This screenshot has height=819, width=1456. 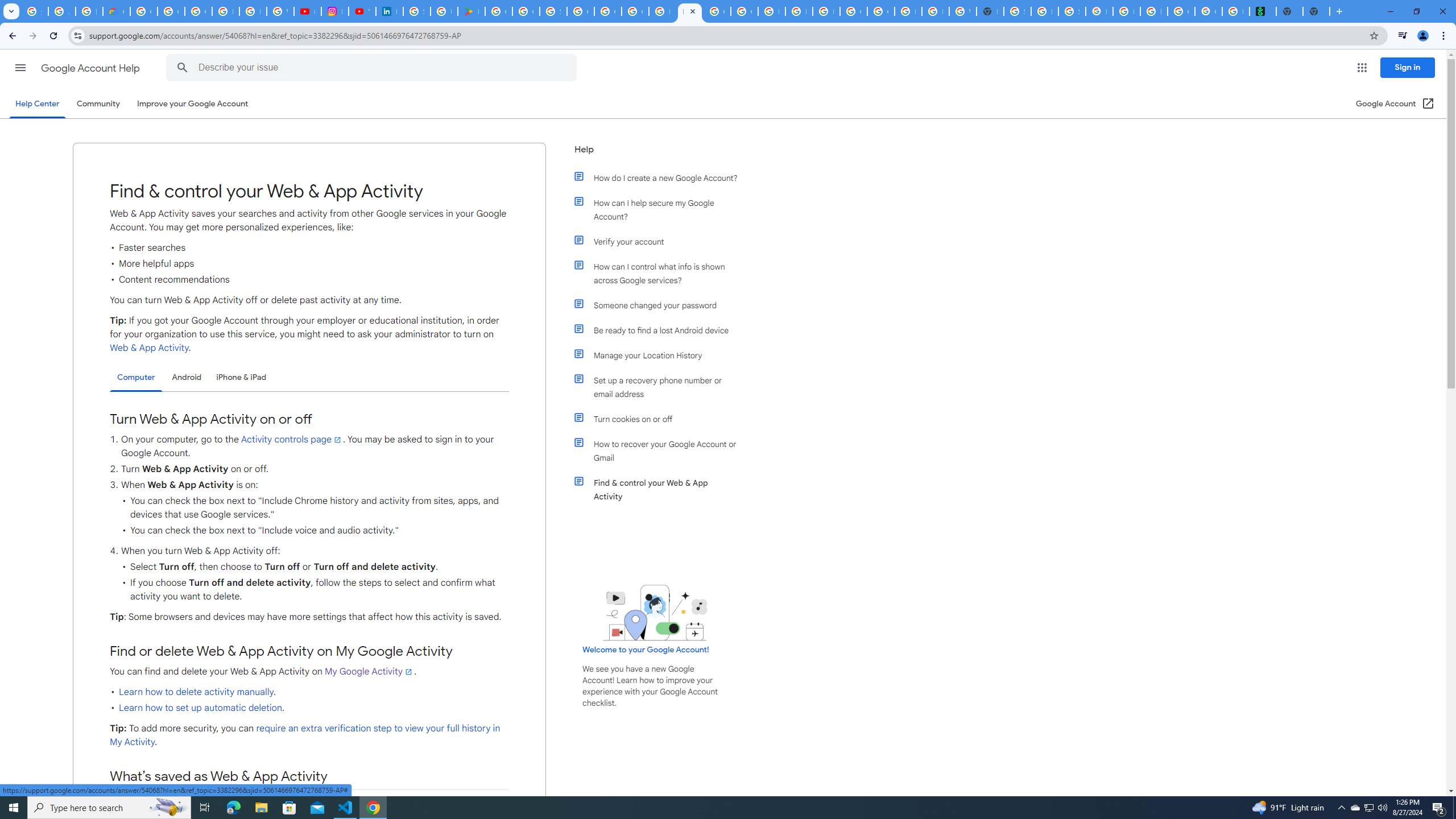 I want to click on 'Search Help Center', so click(x=181, y=67).